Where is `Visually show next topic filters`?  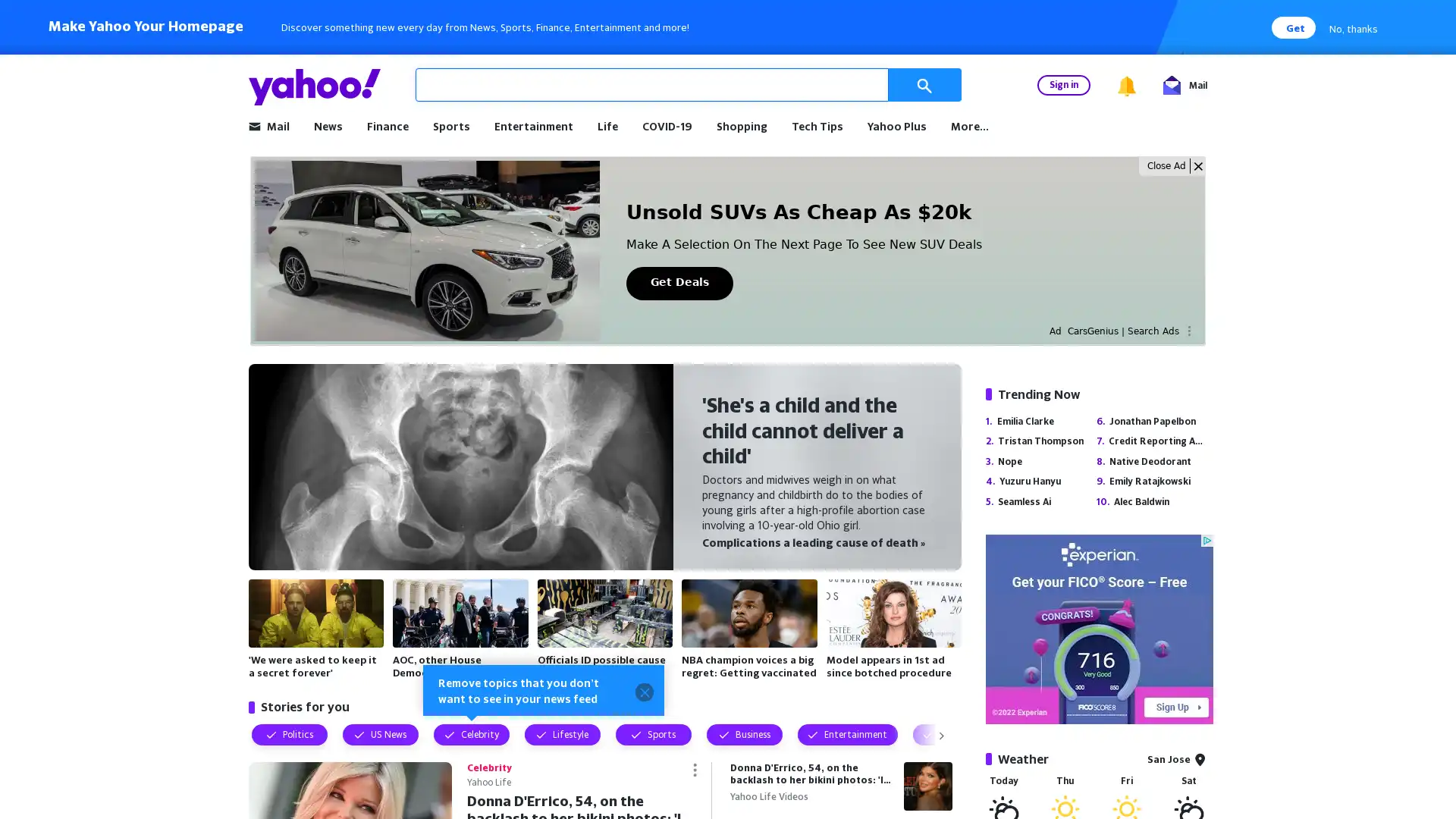 Visually show next topic filters is located at coordinates (925, 733).